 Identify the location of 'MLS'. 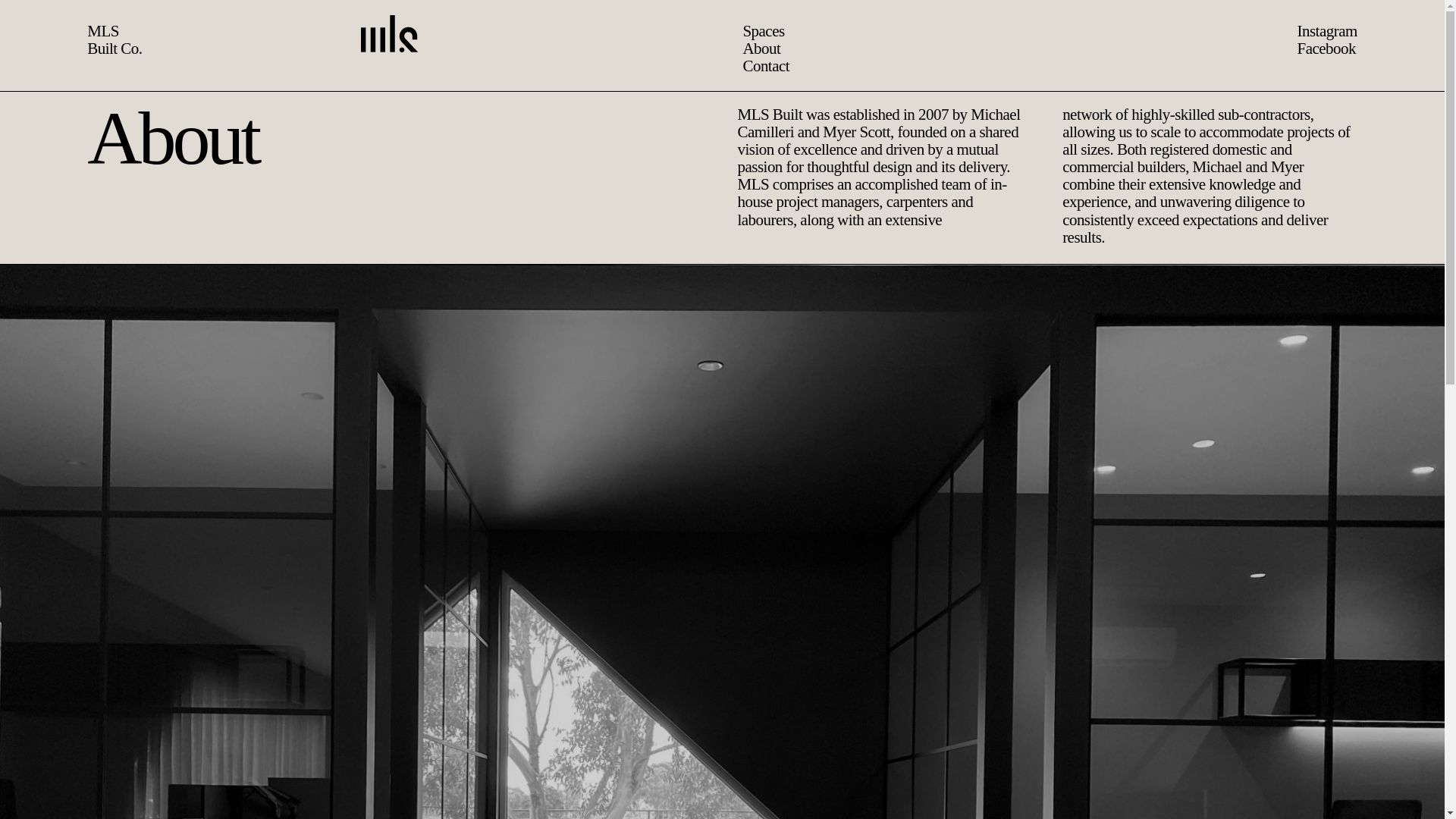
(102, 31).